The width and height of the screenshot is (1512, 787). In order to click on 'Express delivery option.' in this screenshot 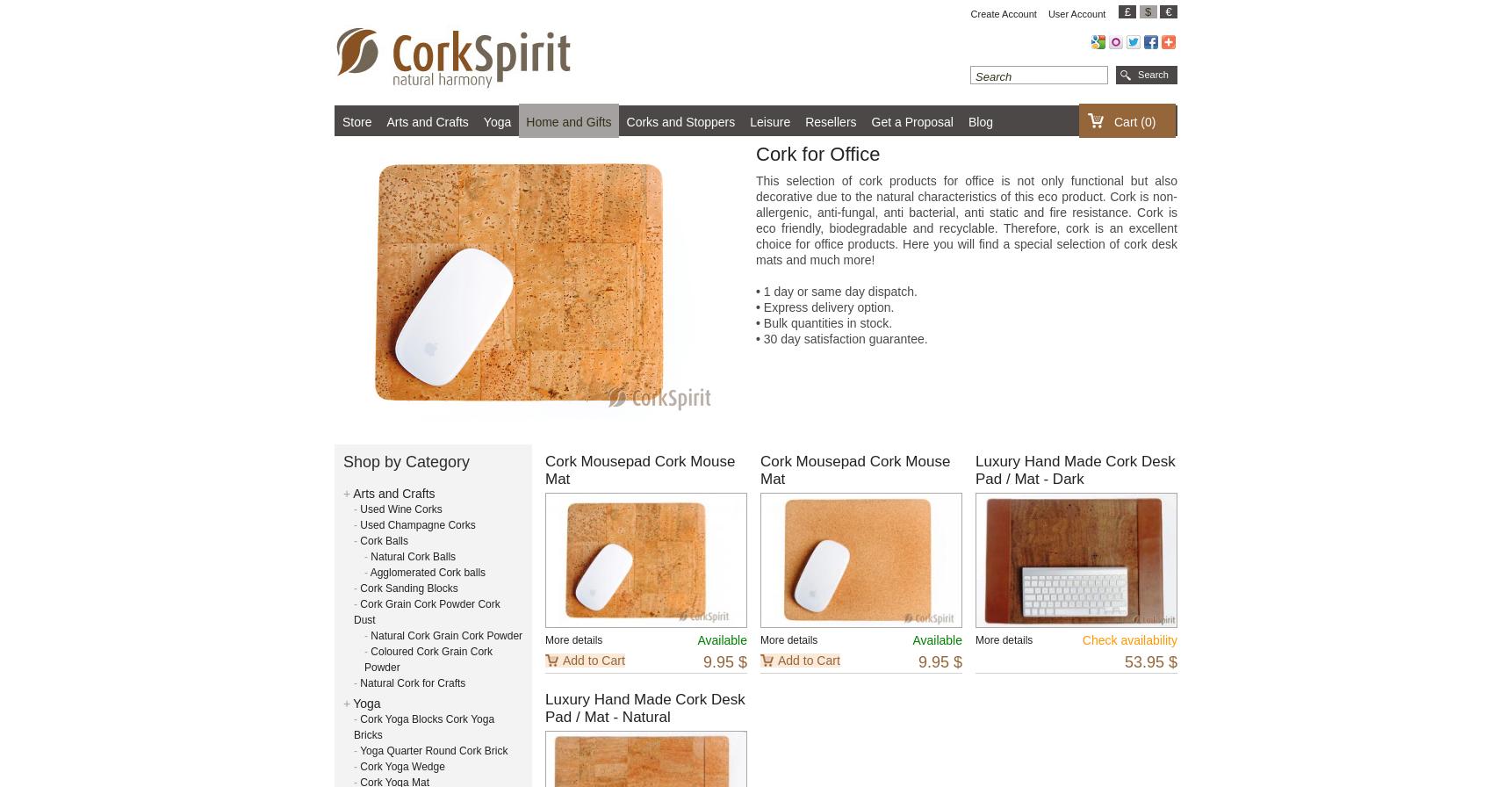, I will do `click(825, 307)`.